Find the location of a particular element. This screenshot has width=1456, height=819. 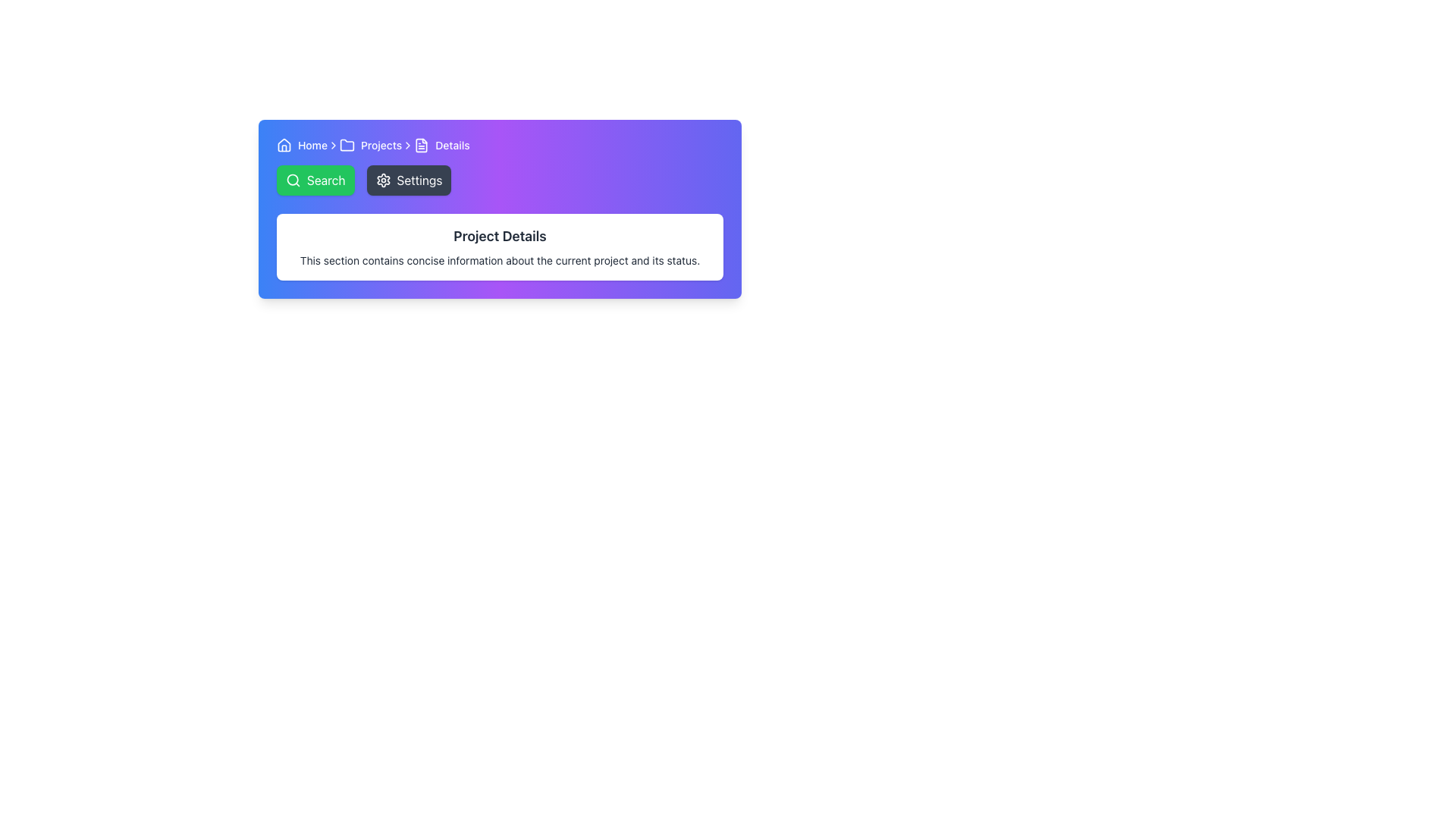

the Breadcrumb Navigation Item that indicates the current section or page context, specifically the 'Details' page, located to the right of the 'Projects' label is located at coordinates (441, 146).